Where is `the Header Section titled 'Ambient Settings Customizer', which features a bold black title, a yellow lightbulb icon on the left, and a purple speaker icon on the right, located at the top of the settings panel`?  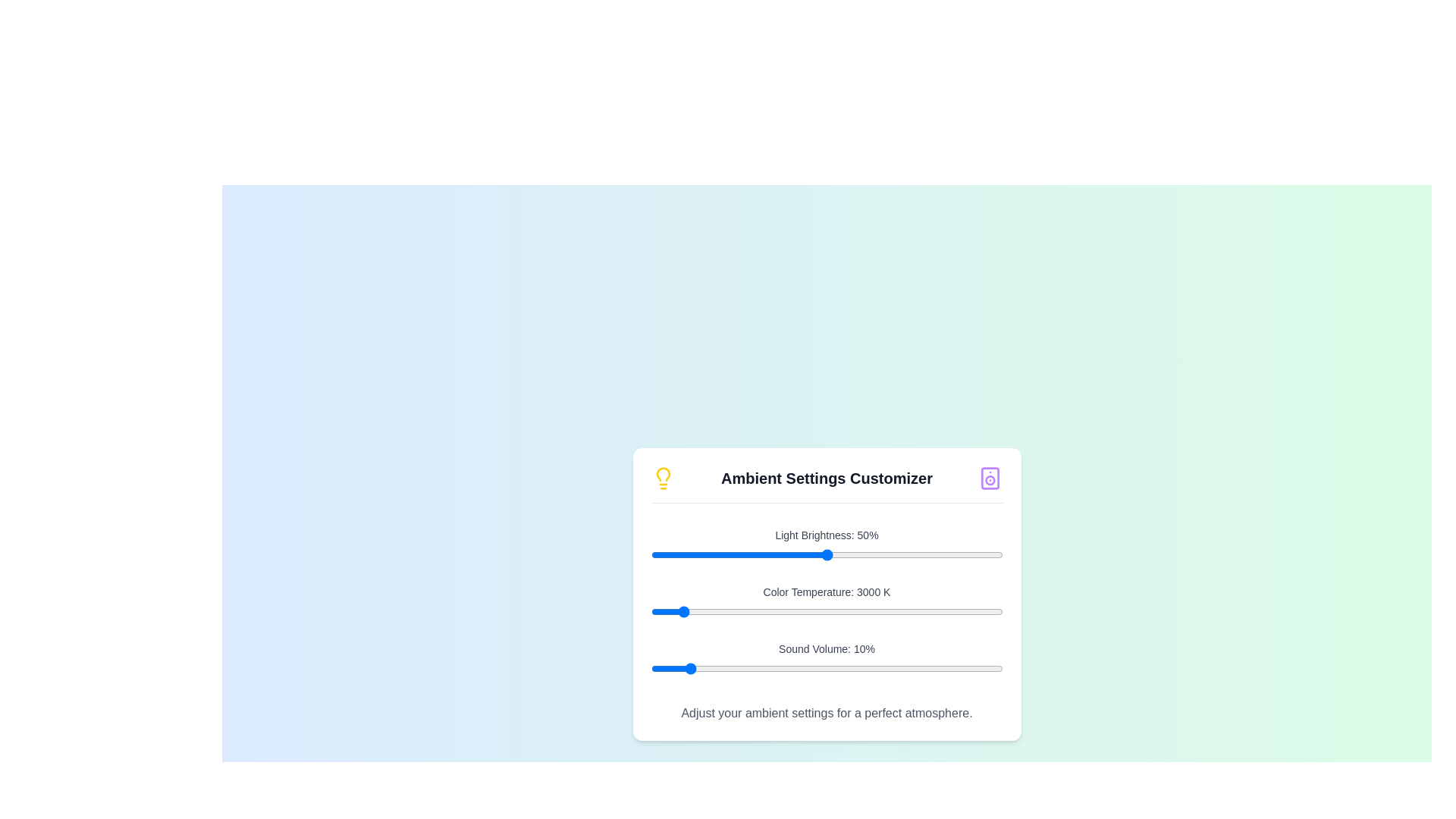
the Header Section titled 'Ambient Settings Customizer', which features a bold black title, a yellow lightbulb icon on the left, and a purple speaker icon on the right, located at the top of the settings panel is located at coordinates (826, 485).